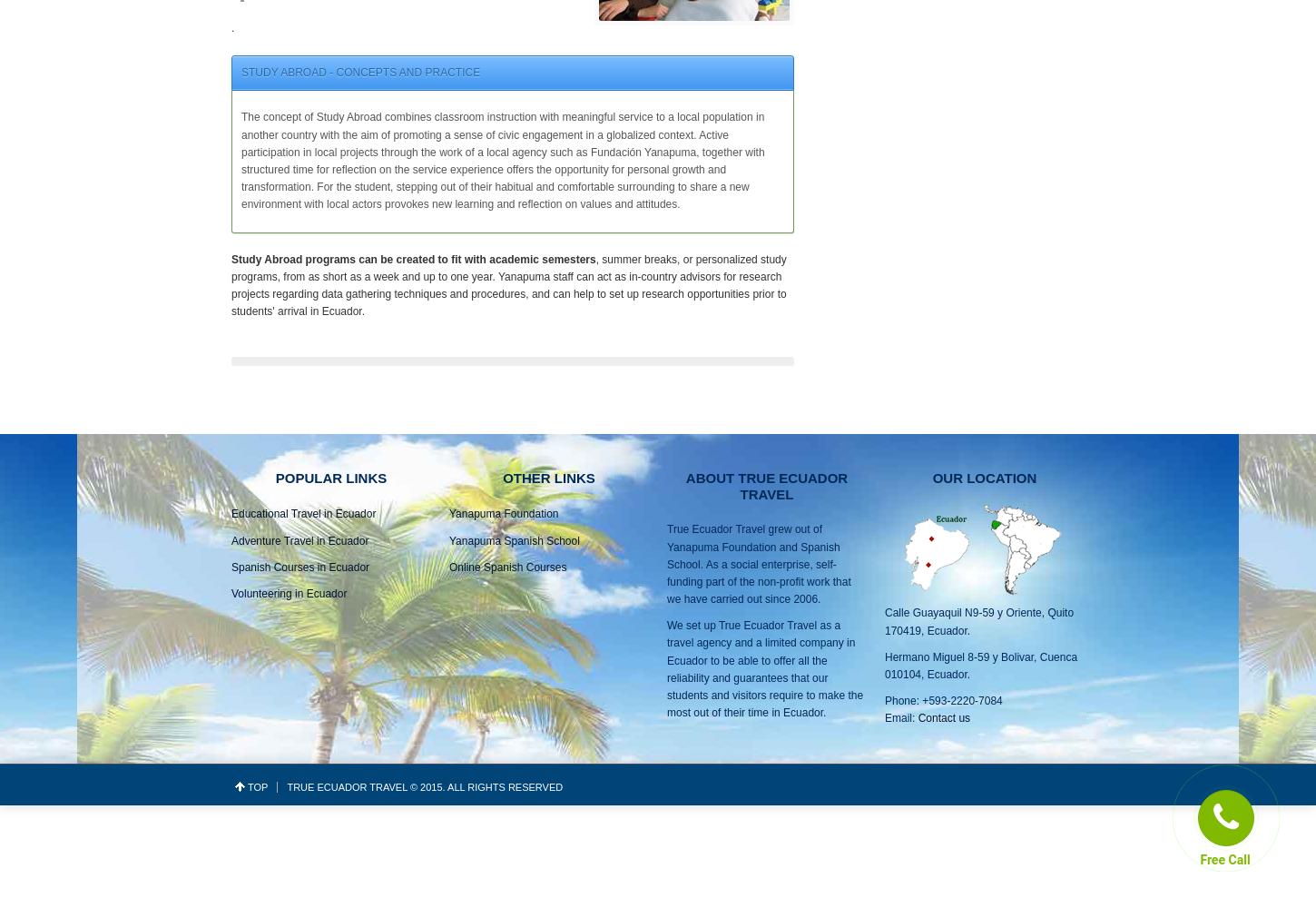  Describe the element at coordinates (286, 786) in the screenshot. I see `'True Ecuador Travel © 2015. All rights reserved'` at that location.